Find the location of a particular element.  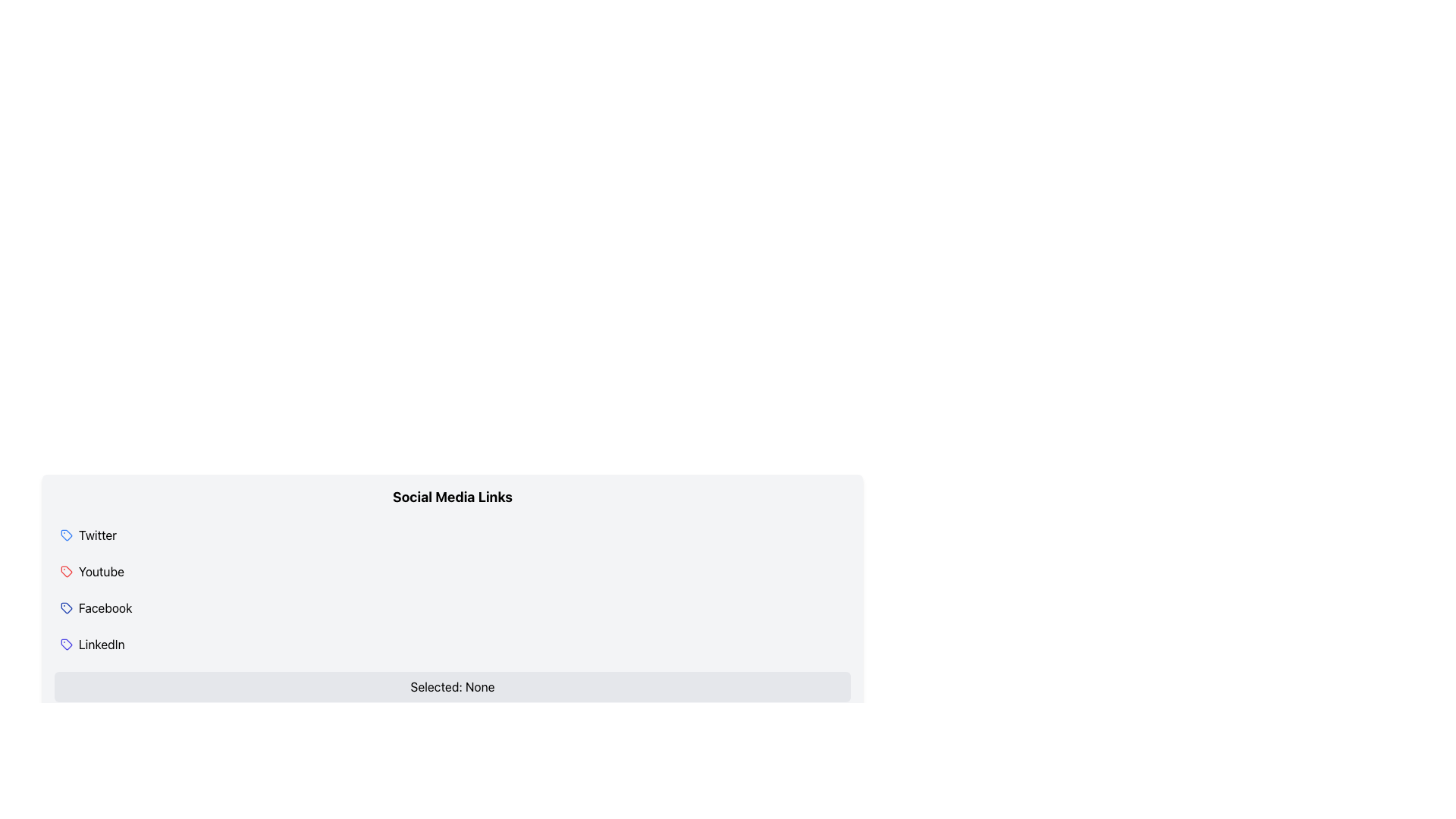

the 'Twitter' text element, which is displayed in bold black text beside a blue tag icon within a light gray button-like background is located at coordinates (97, 534).